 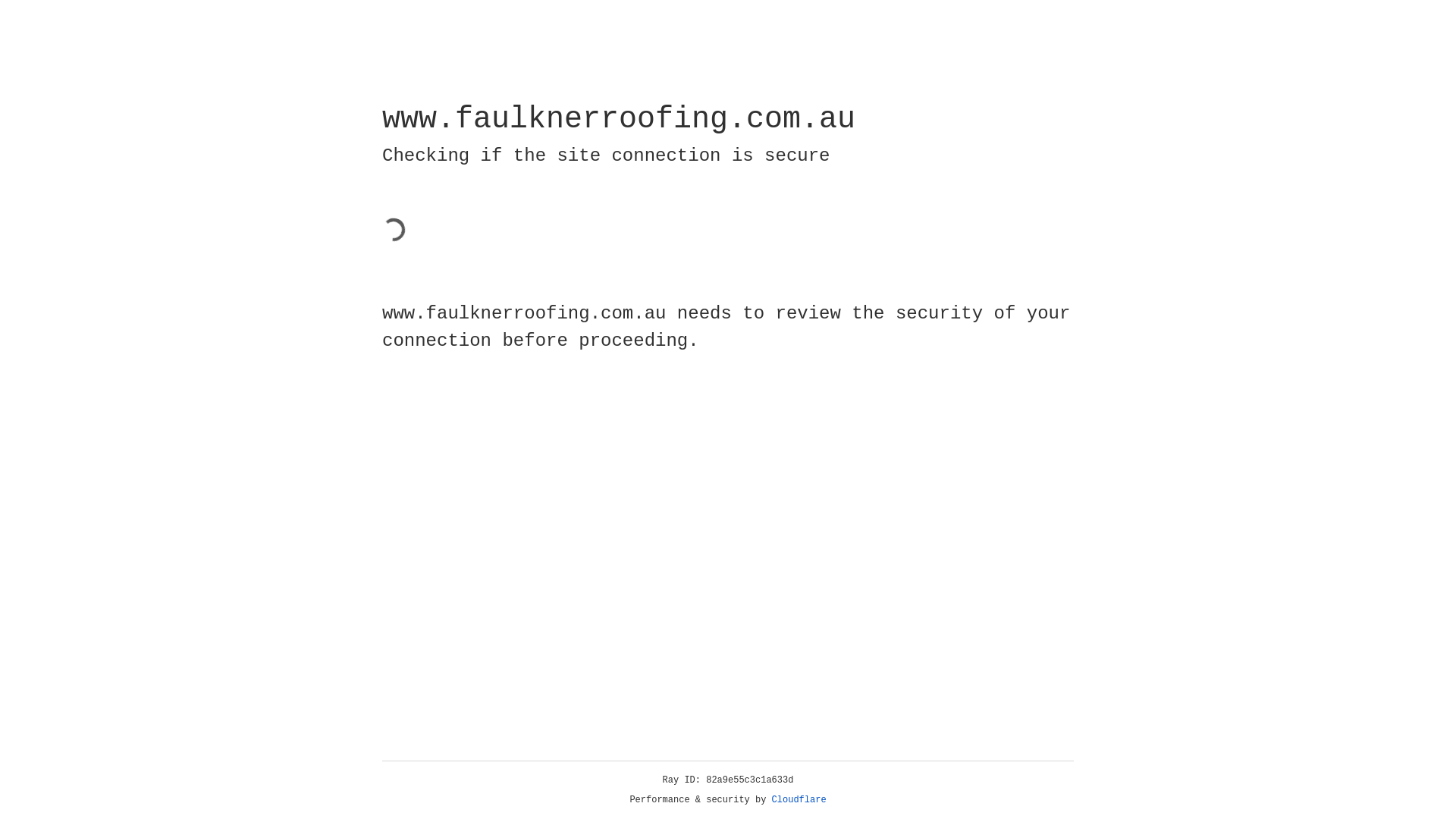 What do you see at coordinates (771, 799) in the screenshot?
I see `'Cloudflare'` at bounding box center [771, 799].